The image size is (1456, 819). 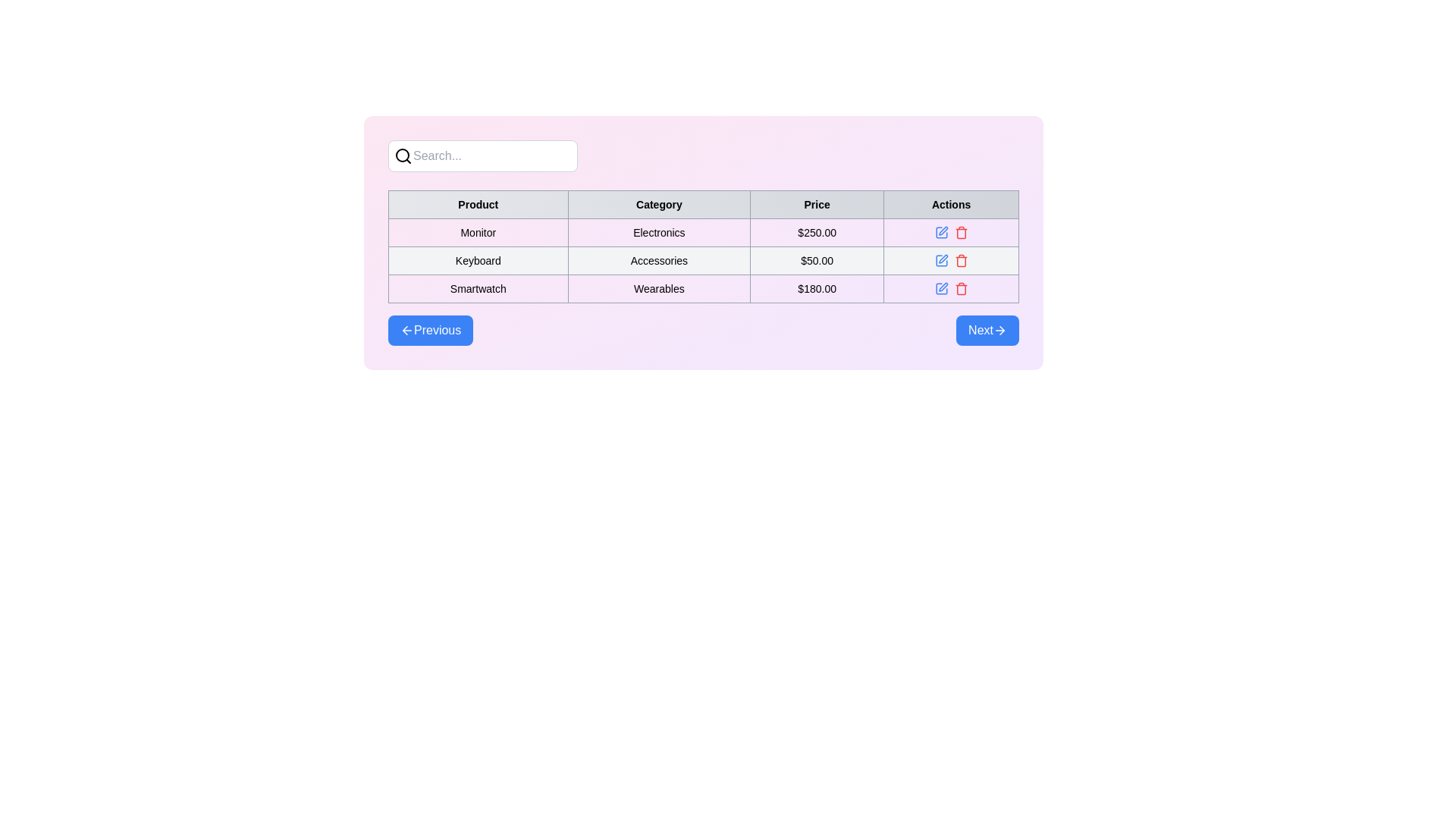 I want to click on text from the 'Keyboard' label, which is a text label styled with a centered alignment and bordered by a gray outline, located in the second row under the 'Product' column of a tabular structure, so click(x=477, y=259).